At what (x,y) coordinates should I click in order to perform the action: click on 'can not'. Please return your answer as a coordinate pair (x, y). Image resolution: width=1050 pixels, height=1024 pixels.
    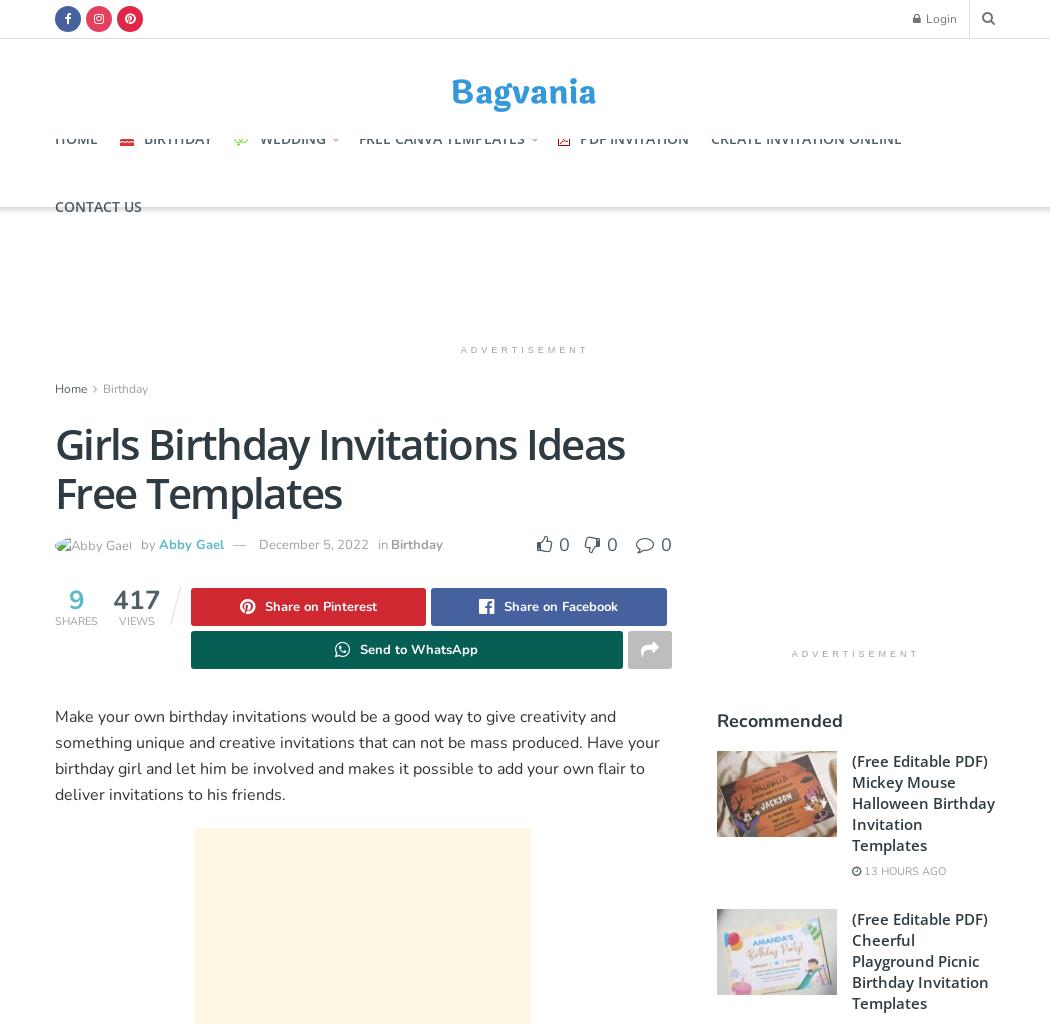
    Looking at the image, I should click on (417, 742).